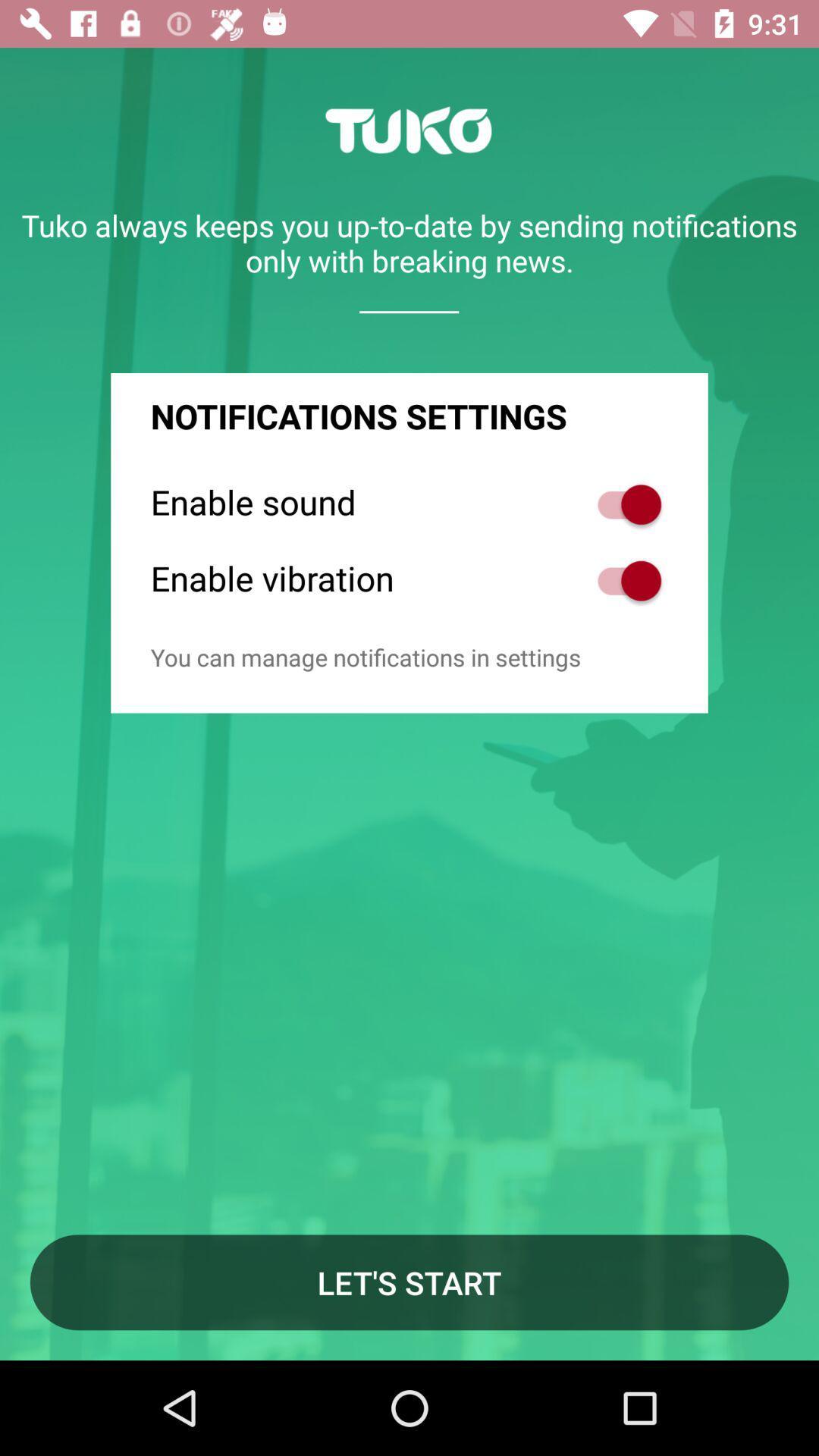 This screenshot has width=819, height=1456. What do you see at coordinates (621, 504) in the screenshot?
I see `unselect the sound` at bounding box center [621, 504].